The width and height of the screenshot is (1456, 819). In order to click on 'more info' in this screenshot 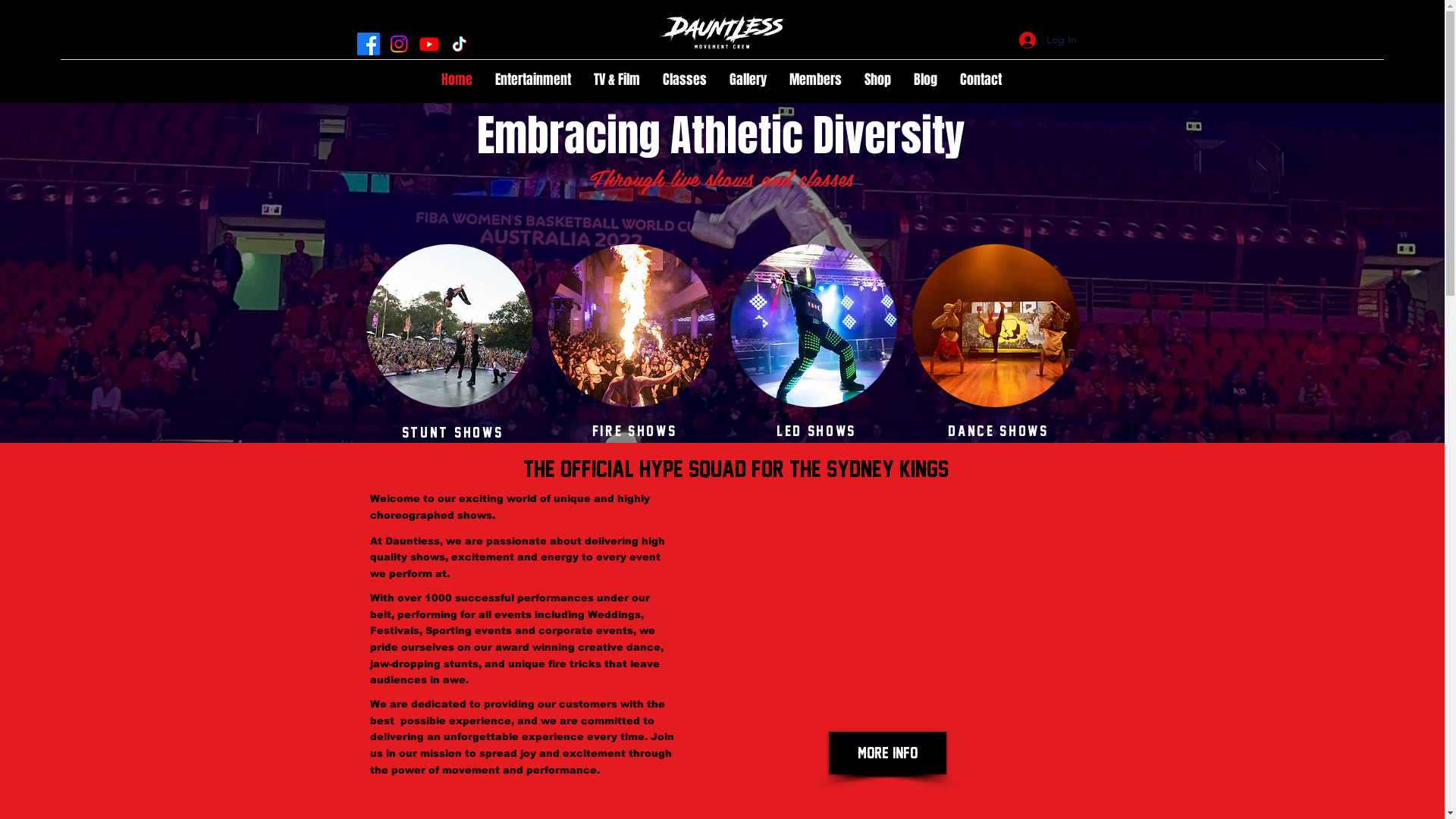, I will do `click(827, 752)`.